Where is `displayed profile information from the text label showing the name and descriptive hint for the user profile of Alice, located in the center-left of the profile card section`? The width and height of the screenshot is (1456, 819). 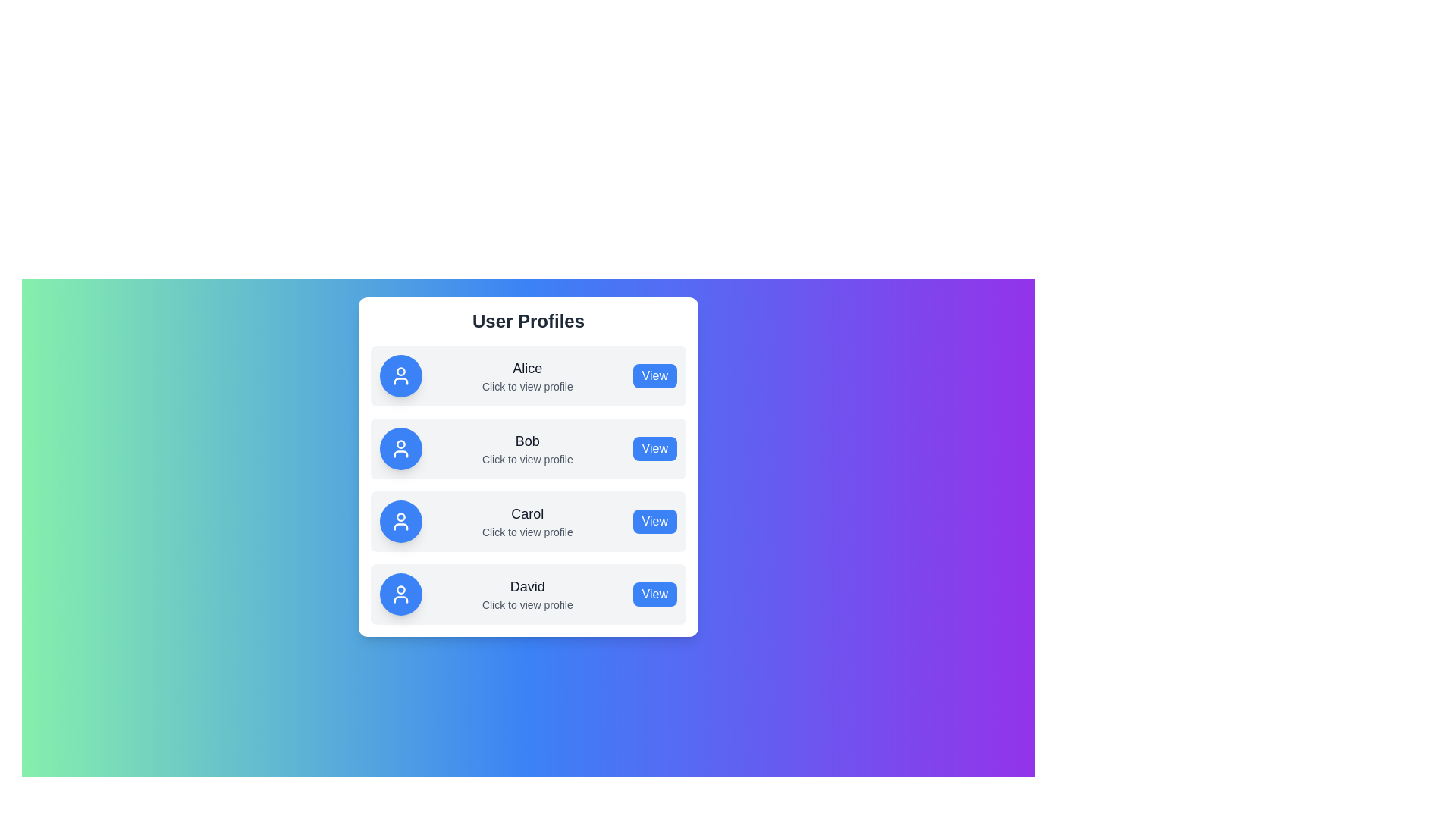 displayed profile information from the text label showing the name and descriptive hint for the user profile of Alice, located in the center-left of the profile card section is located at coordinates (527, 375).